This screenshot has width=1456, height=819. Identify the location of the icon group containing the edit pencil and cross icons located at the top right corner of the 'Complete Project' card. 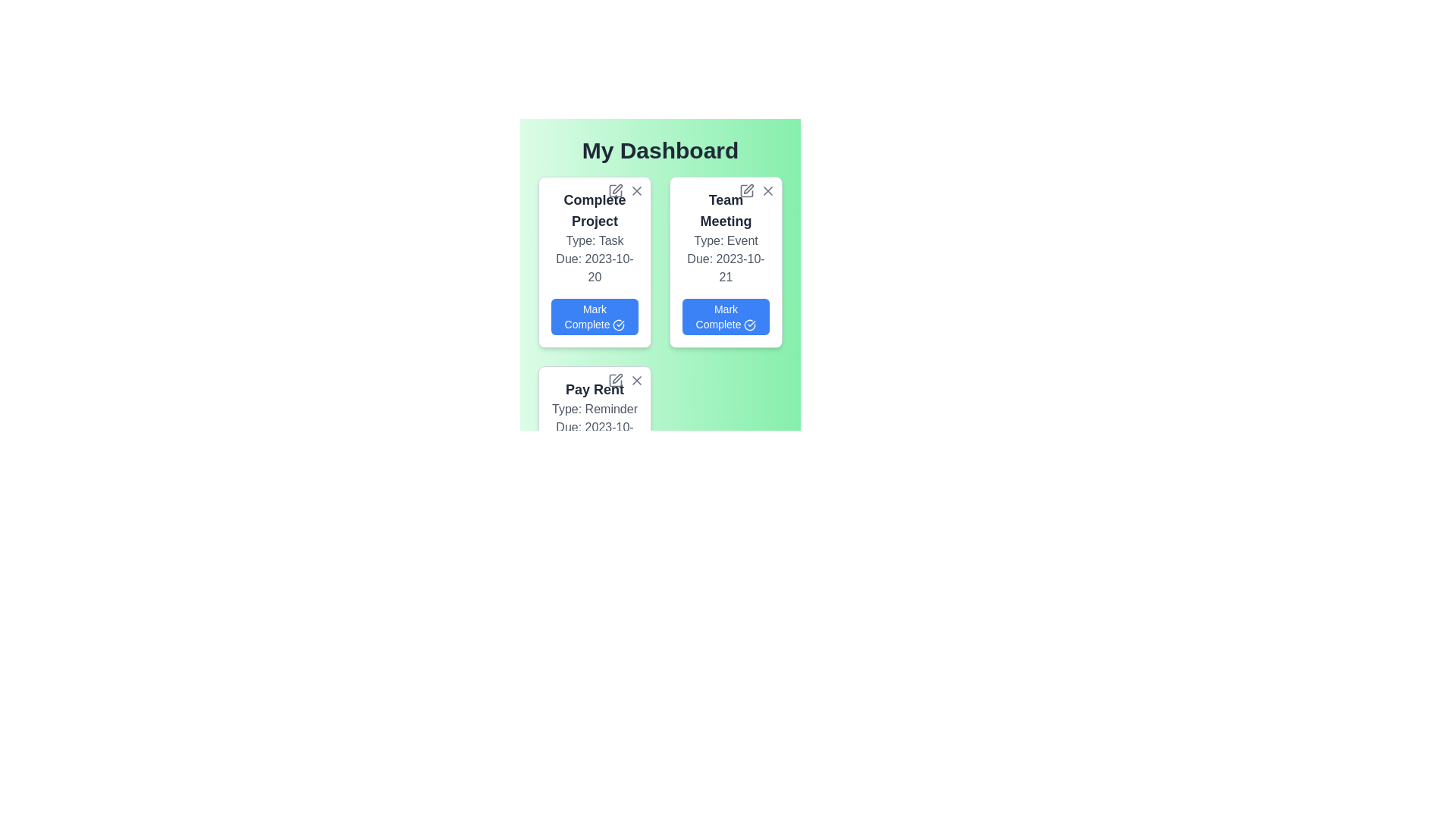
(626, 190).